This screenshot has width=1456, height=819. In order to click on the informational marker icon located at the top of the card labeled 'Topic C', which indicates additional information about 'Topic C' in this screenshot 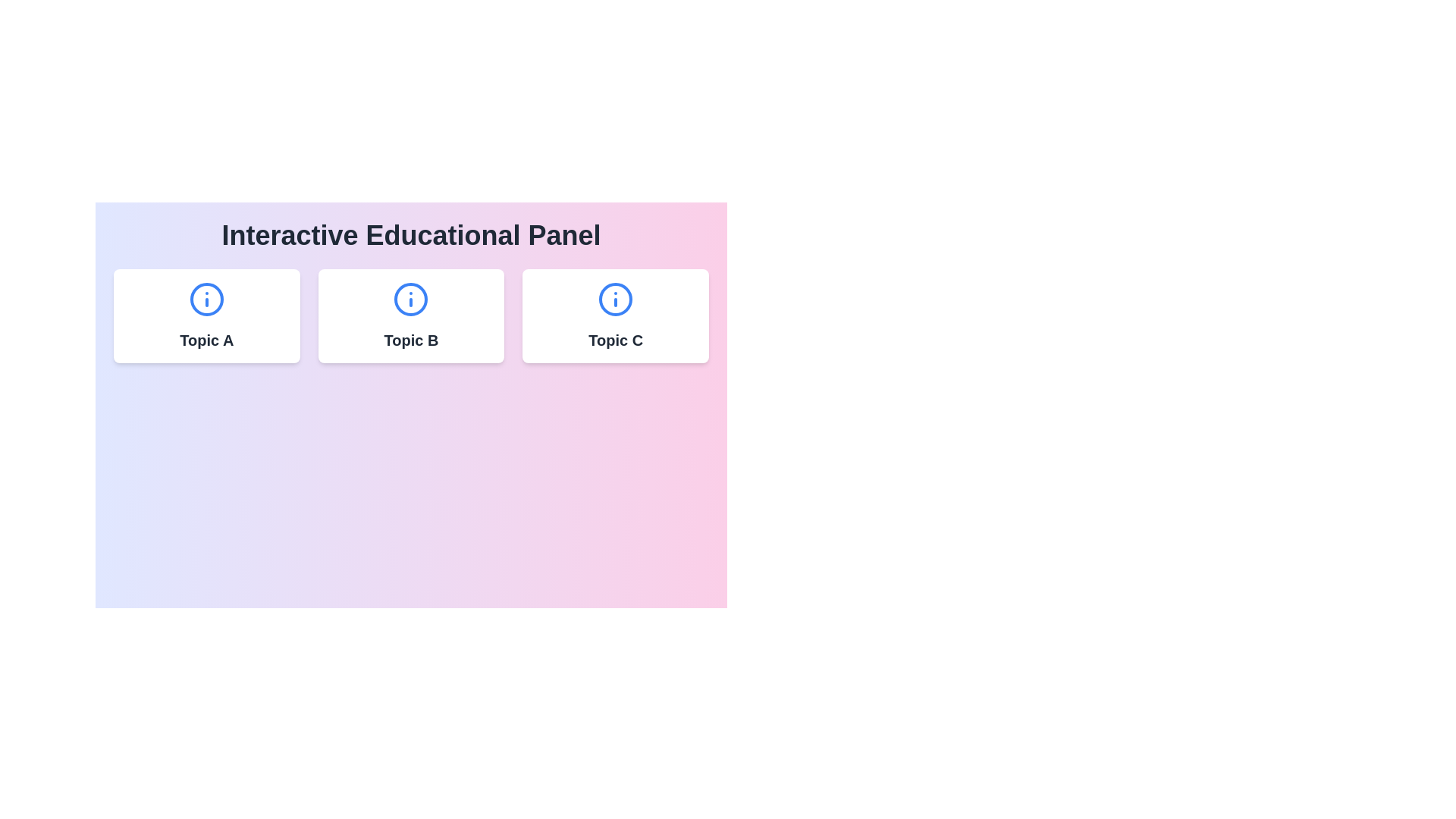, I will do `click(616, 299)`.